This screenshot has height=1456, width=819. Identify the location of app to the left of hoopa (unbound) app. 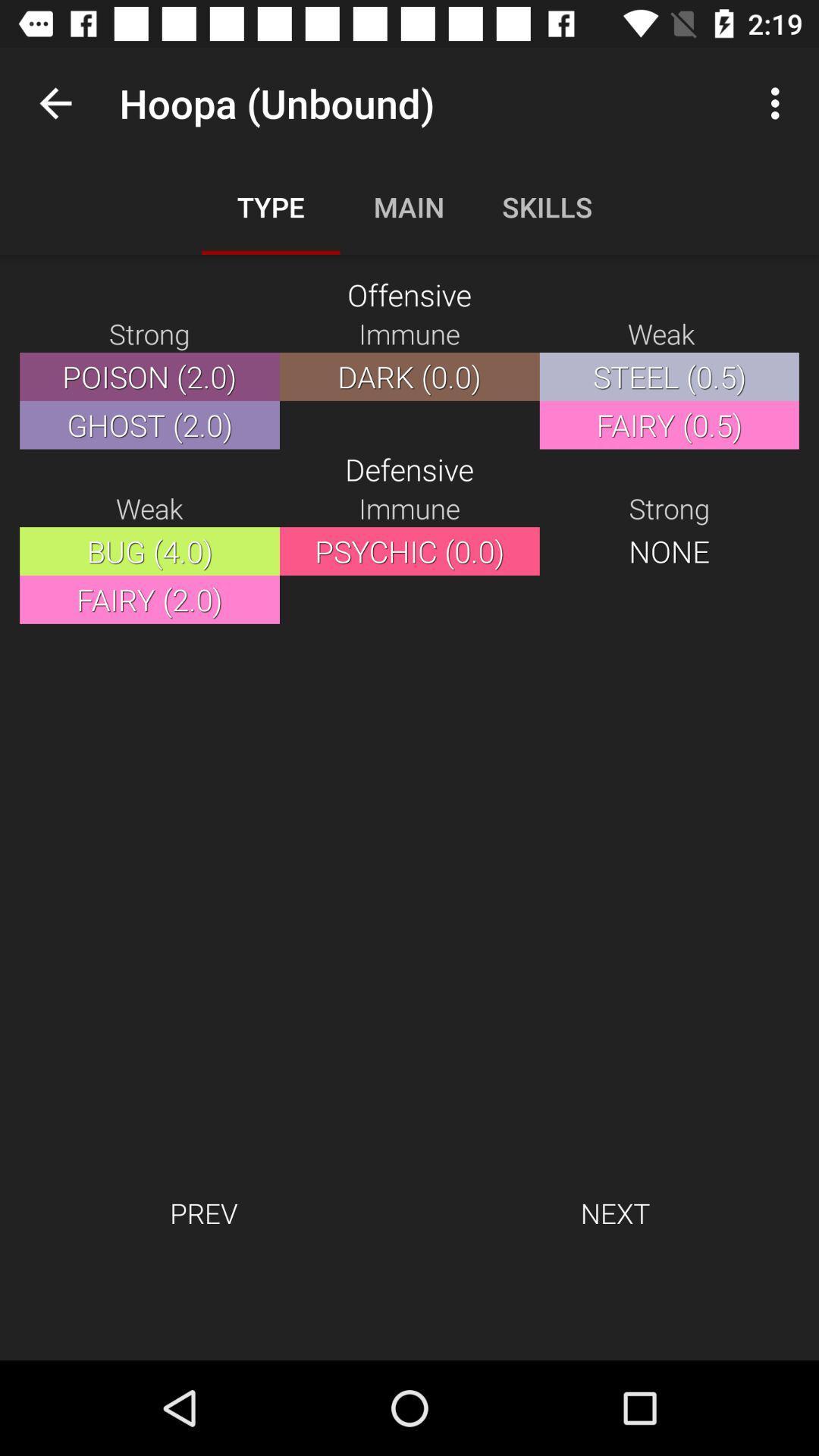
(55, 102).